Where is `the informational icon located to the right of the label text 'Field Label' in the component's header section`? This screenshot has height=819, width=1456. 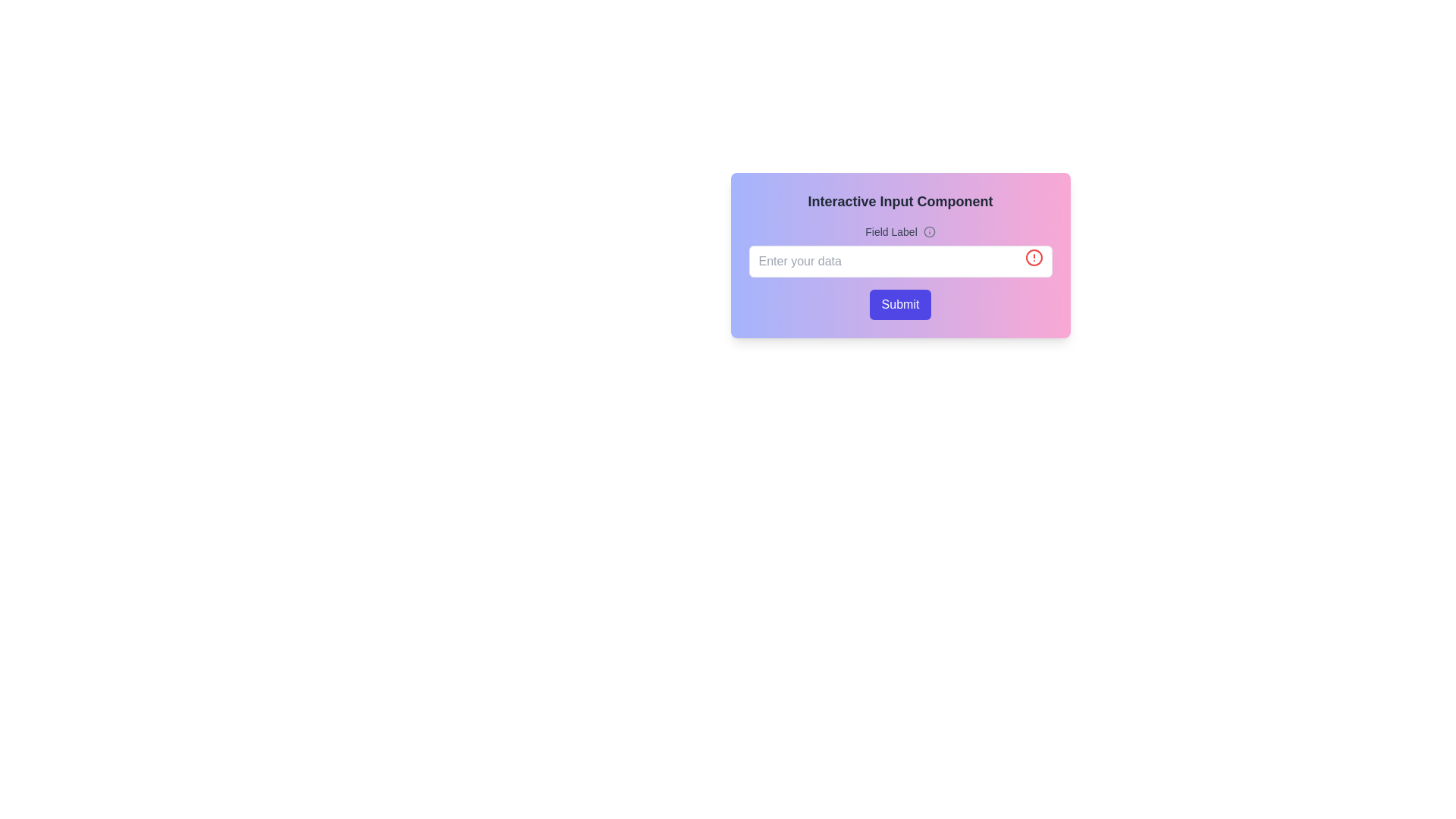 the informational icon located to the right of the label text 'Field Label' in the component's header section is located at coordinates (928, 231).